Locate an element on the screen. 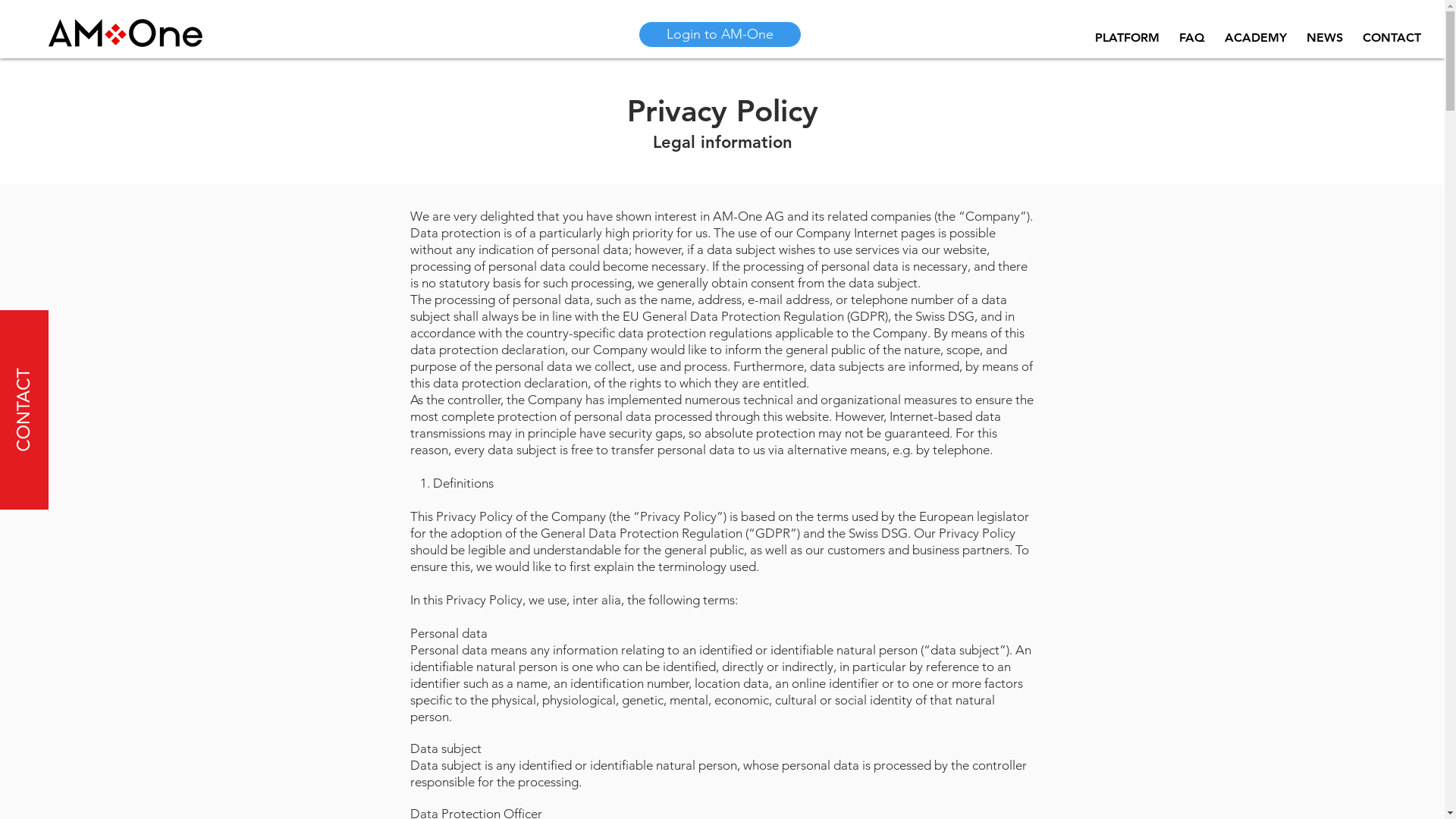 Image resolution: width=1456 pixels, height=819 pixels. 'ACADEMY' is located at coordinates (1256, 37).